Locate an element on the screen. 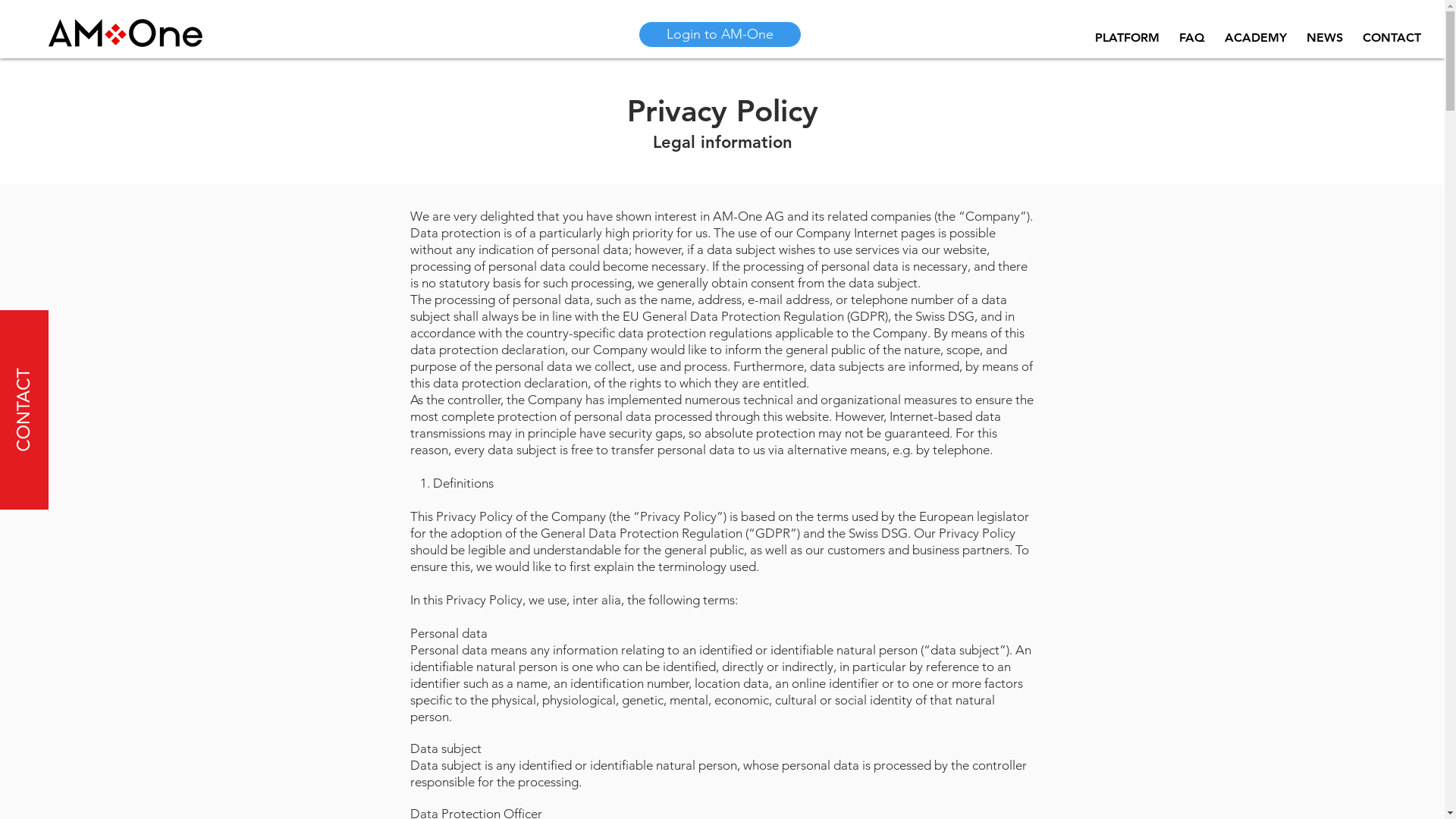 Image resolution: width=1456 pixels, height=819 pixels. 'ACADEMY' is located at coordinates (1256, 37).